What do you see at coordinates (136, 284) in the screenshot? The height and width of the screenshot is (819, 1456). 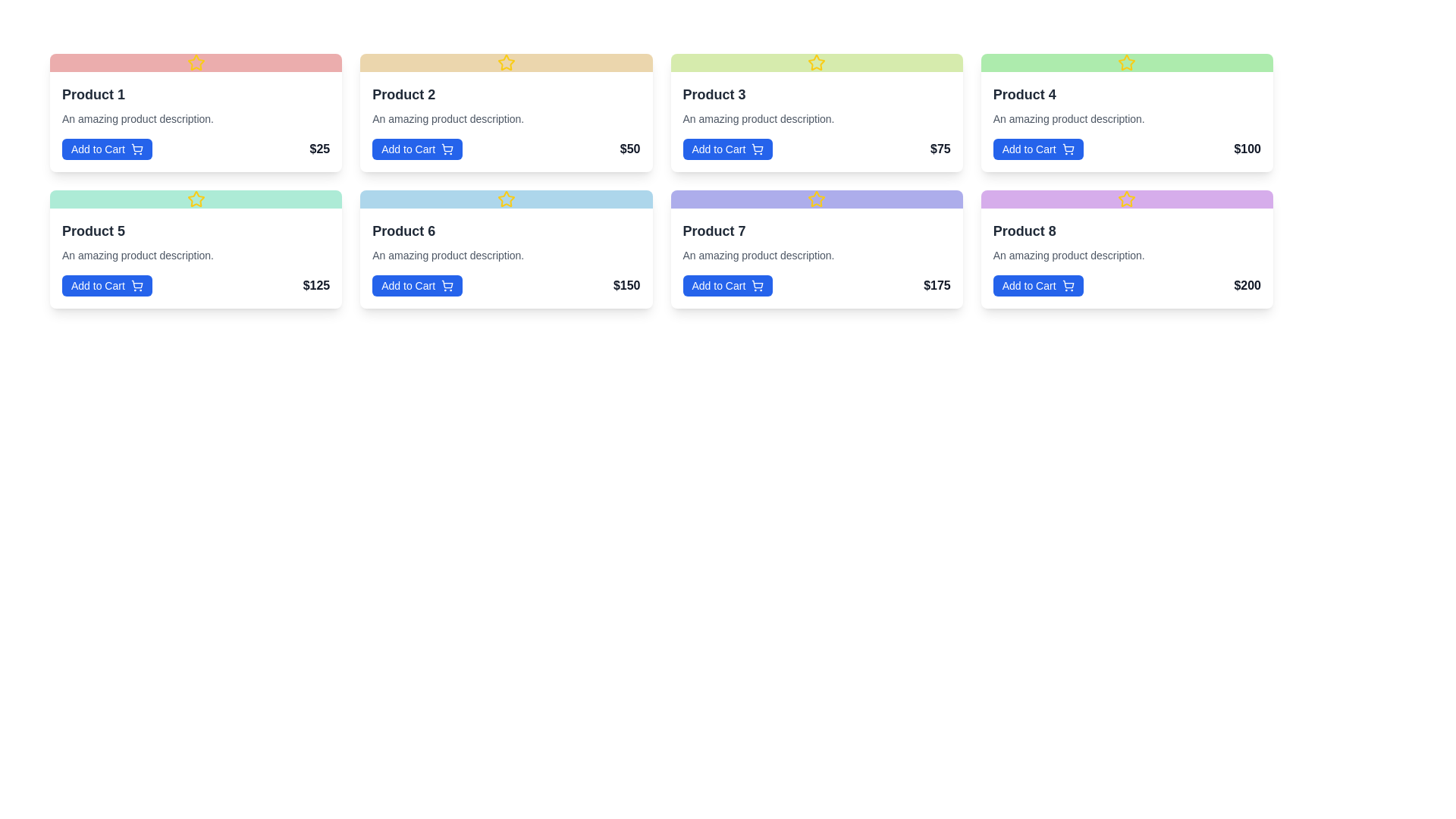 I see `the shopping cart icon located on the right-hand side of the 'Add to Cart' button for 'Product 5'` at bounding box center [136, 284].